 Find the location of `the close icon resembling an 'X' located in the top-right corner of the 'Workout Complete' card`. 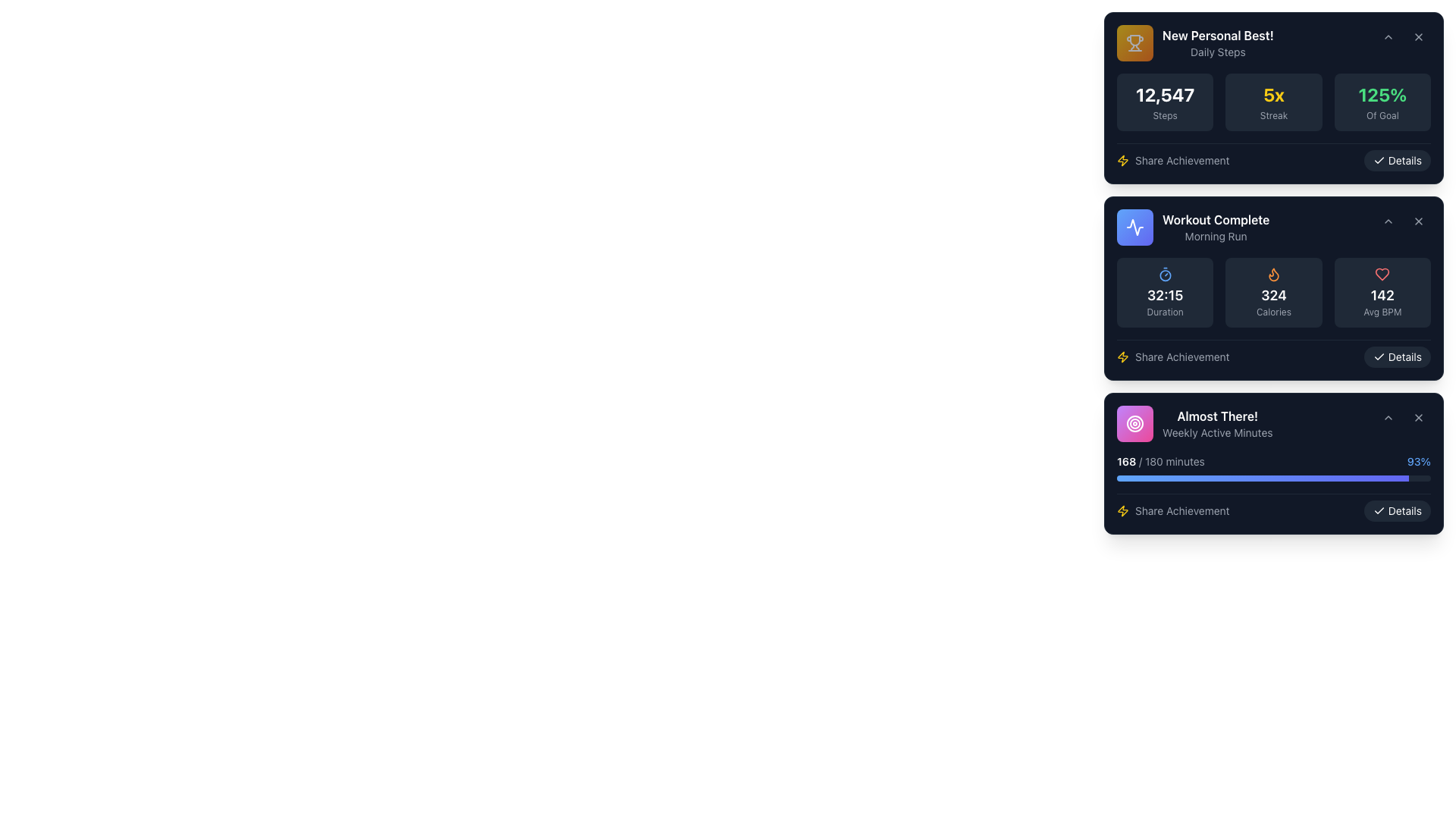

the close icon resembling an 'X' located in the top-right corner of the 'Workout Complete' card is located at coordinates (1418, 221).